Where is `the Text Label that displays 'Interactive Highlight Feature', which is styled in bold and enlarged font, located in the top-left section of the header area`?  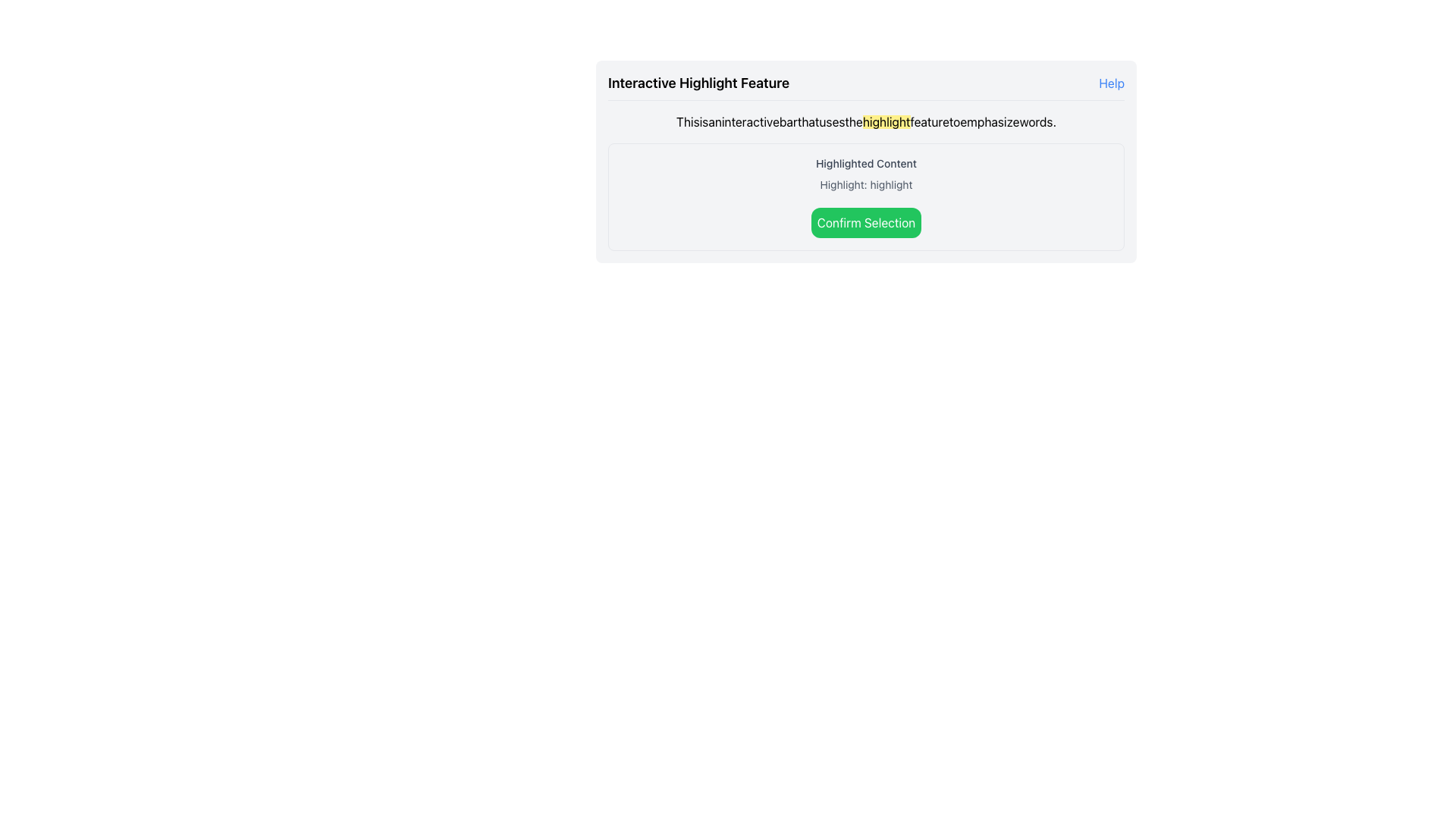 the Text Label that displays 'Interactive Highlight Feature', which is styled in bold and enlarged font, located in the top-left section of the header area is located at coordinates (698, 83).